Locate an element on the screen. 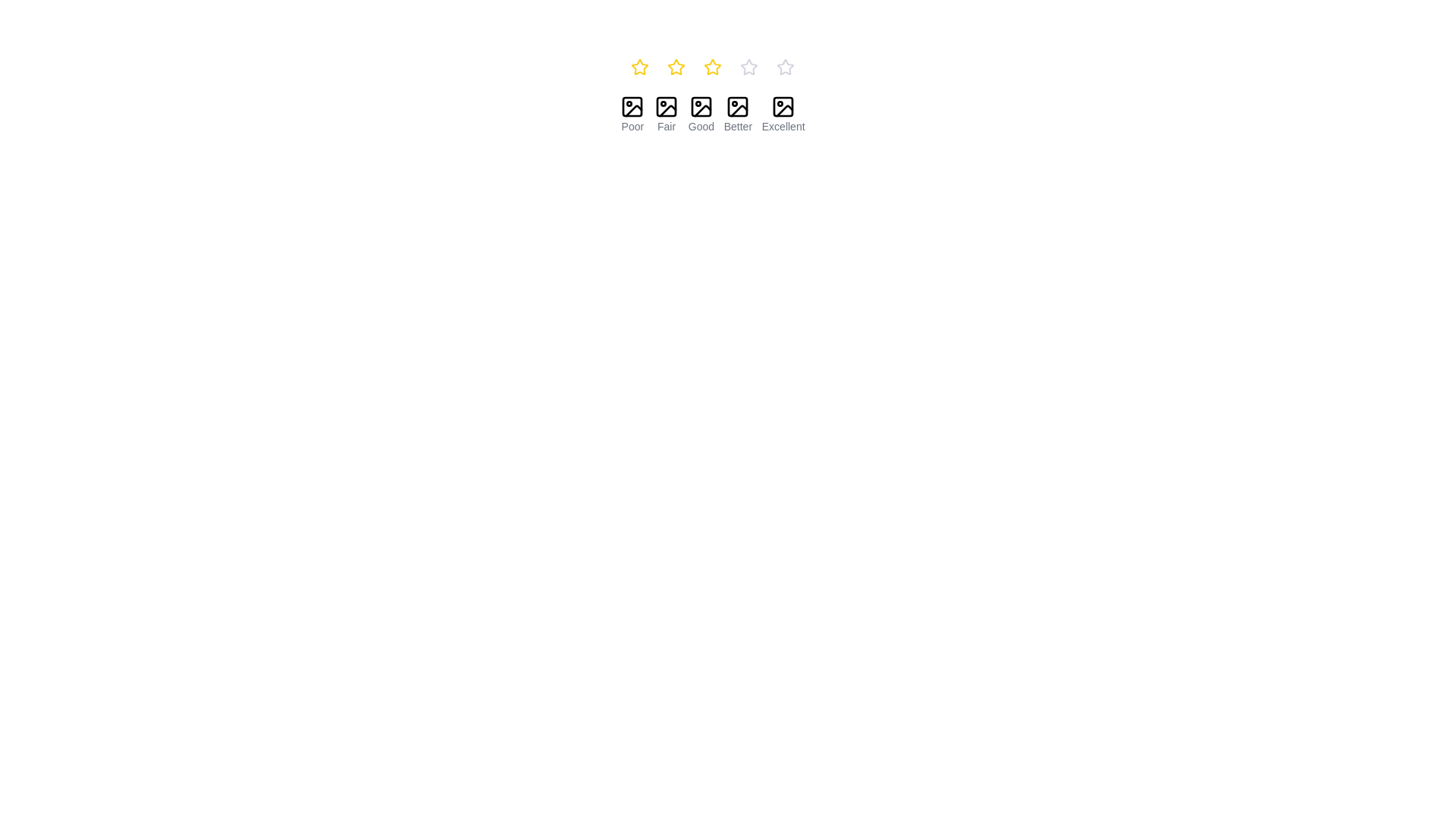 The width and height of the screenshot is (1456, 819). the text label displaying 'Excellent' in small gray-colored font, which serves as a descriptive label or evaluation indicator is located at coordinates (783, 125).